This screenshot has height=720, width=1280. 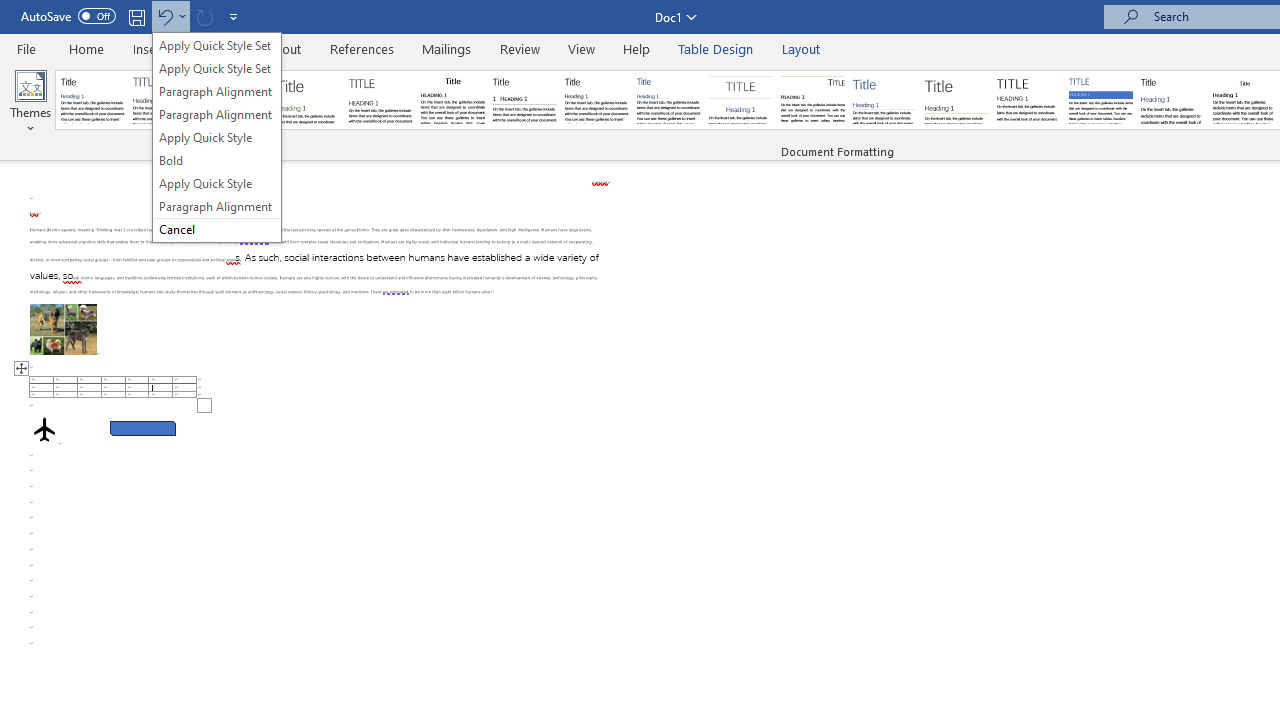 I want to click on 'Themes', so click(x=30, y=103).